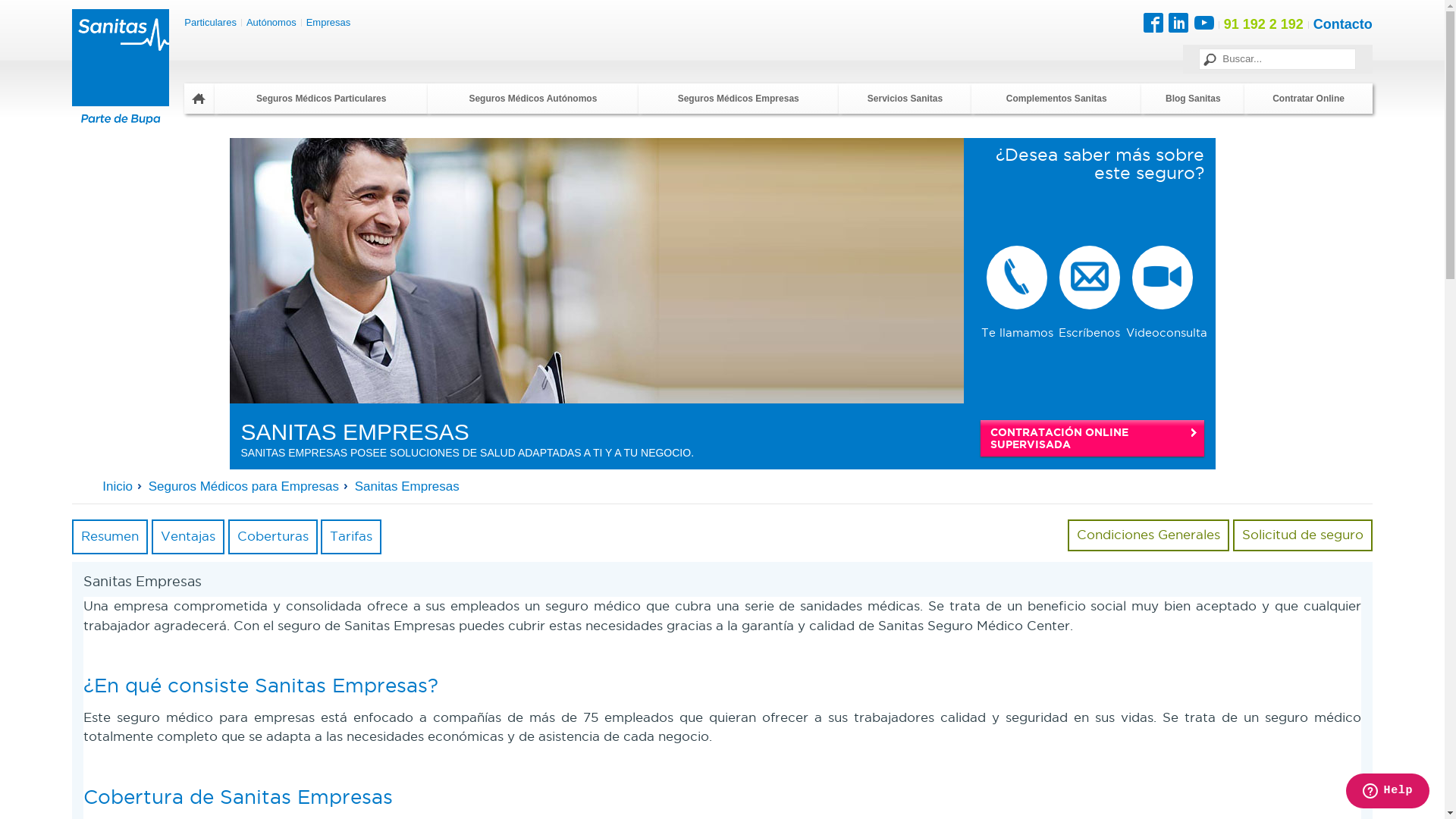  Describe the element at coordinates (1387, 792) in the screenshot. I see `'Opens a widget where you can chat to one of our agents'` at that location.